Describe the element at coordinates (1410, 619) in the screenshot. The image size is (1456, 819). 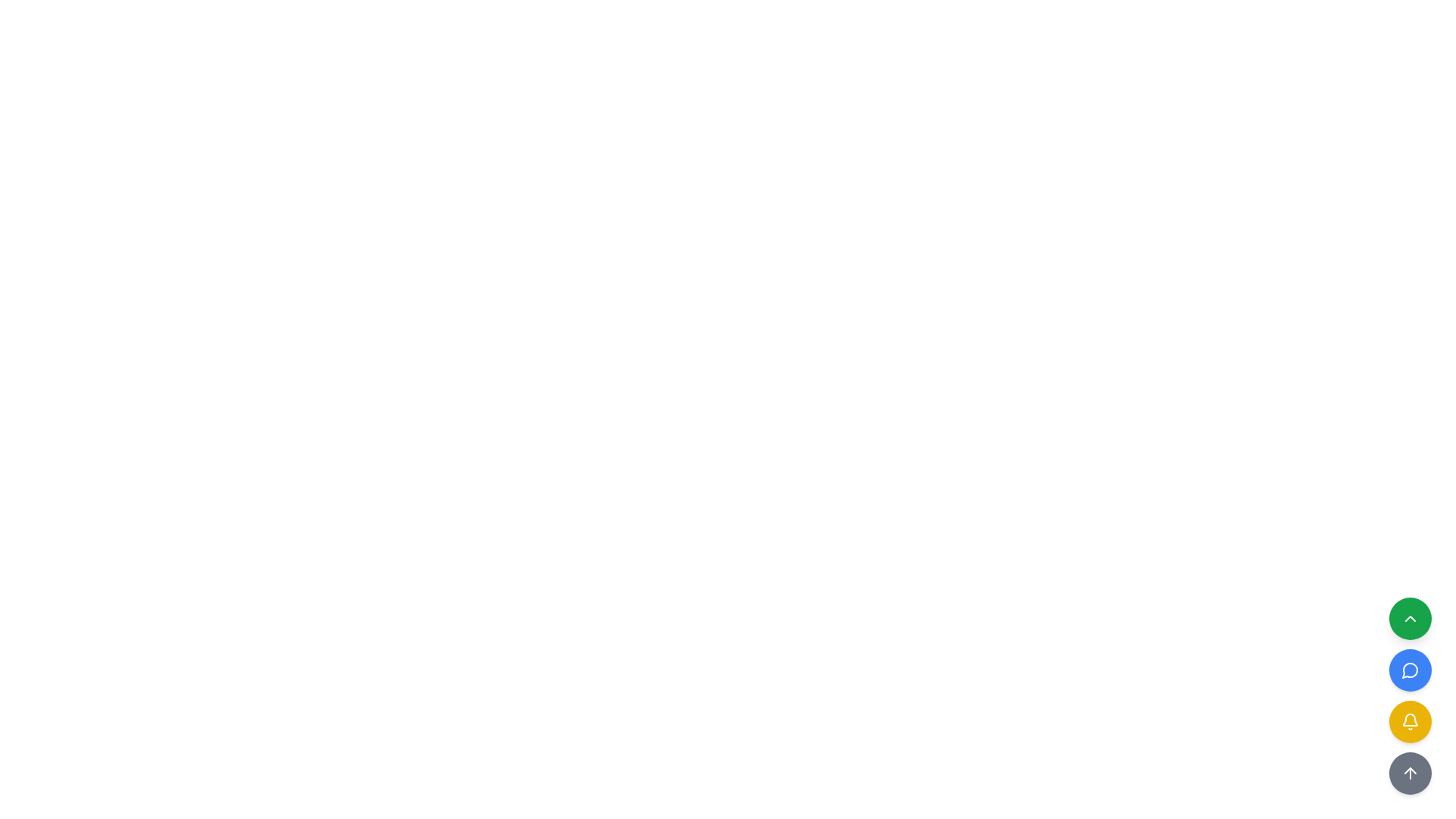
I see `the topmost circular button in the bottom-right corner of the interface to scroll back to the top of the page` at that location.